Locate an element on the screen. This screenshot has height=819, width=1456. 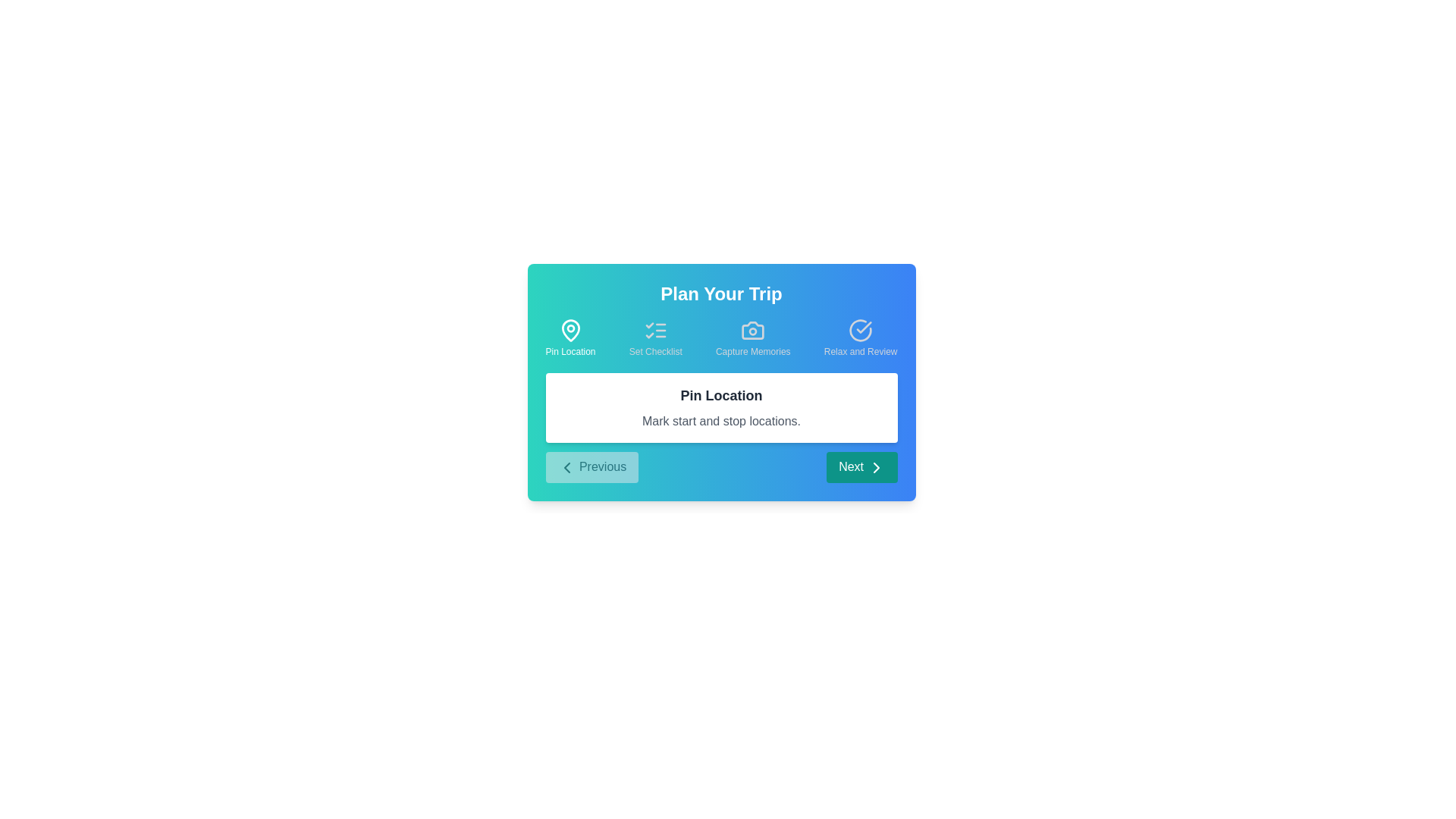
the 'Next' button is located at coordinates (861, 466).